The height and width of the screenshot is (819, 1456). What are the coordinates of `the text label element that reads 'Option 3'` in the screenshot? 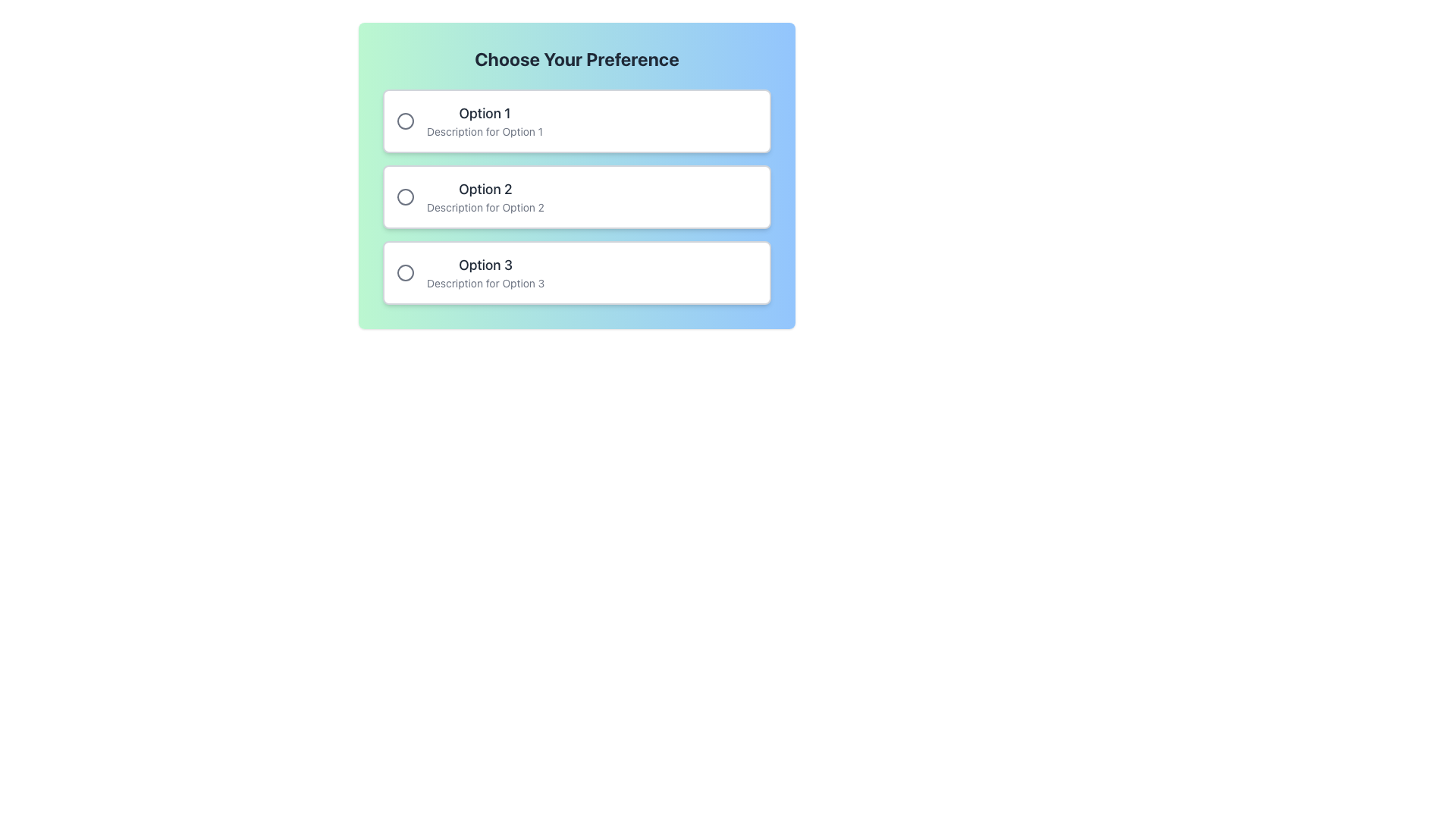 It's located at (469, 271).